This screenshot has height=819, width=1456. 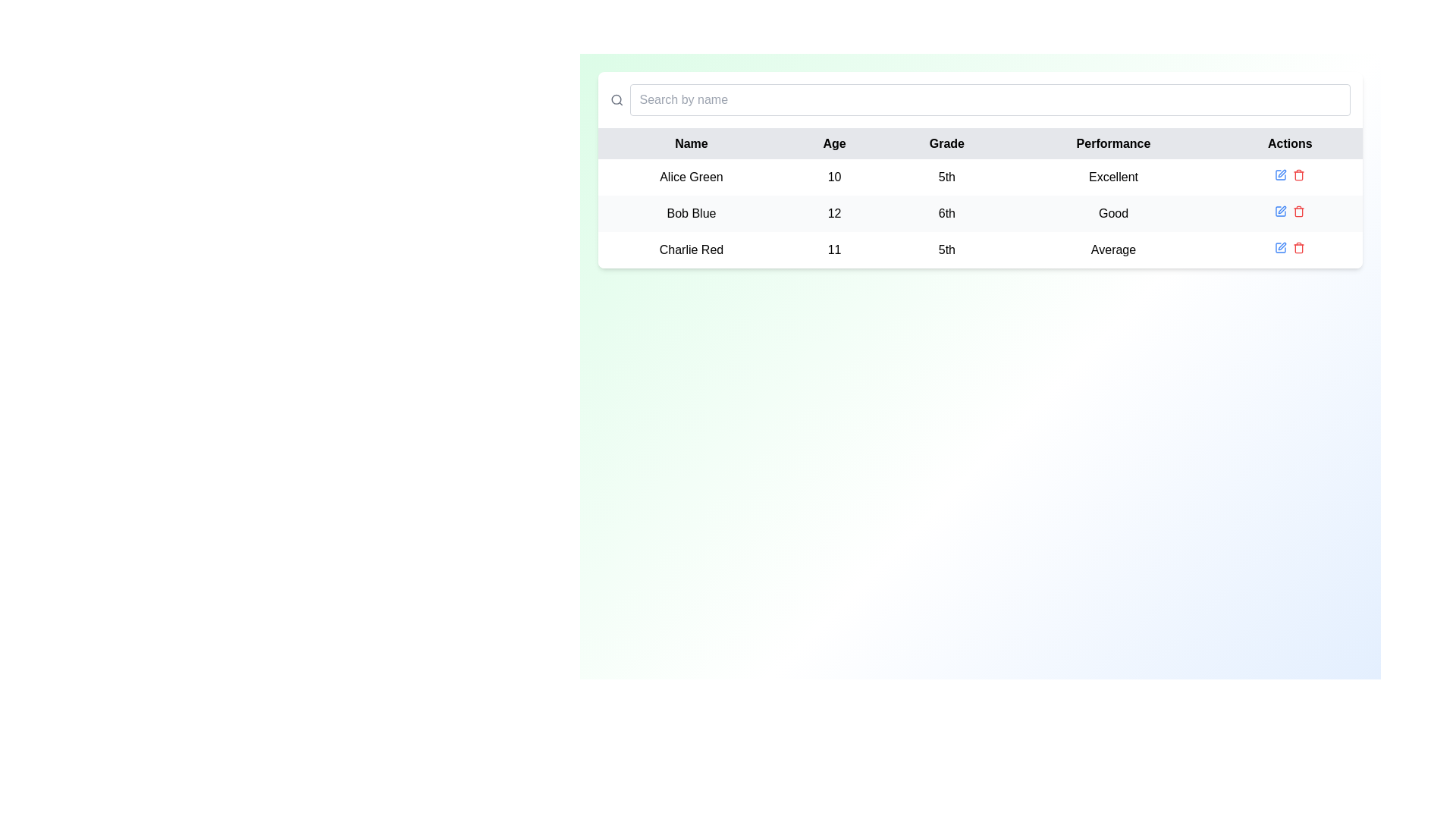 What do you see at coordinates (946, 177) in the screenshot?
I see `the text label indicating the grade level for the student 'Alice Green', located in the third column of the first row in the table under the header 'Grade'` at bounding box center [946, 177].